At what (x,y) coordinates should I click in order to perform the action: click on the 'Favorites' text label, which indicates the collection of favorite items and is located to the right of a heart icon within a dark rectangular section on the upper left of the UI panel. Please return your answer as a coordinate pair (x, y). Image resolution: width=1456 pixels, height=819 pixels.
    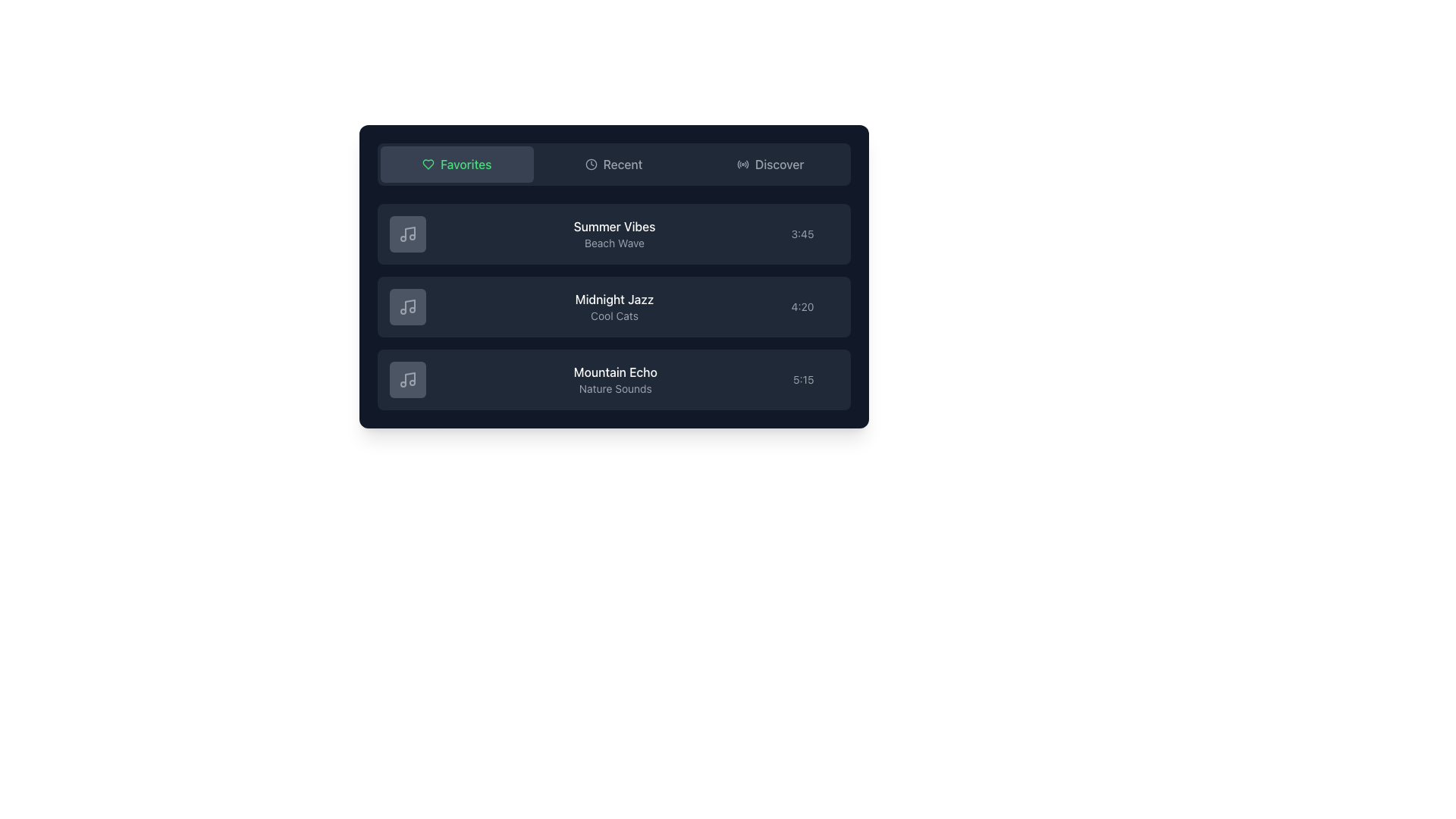
    Looking at the image, I should click on (465, 164).